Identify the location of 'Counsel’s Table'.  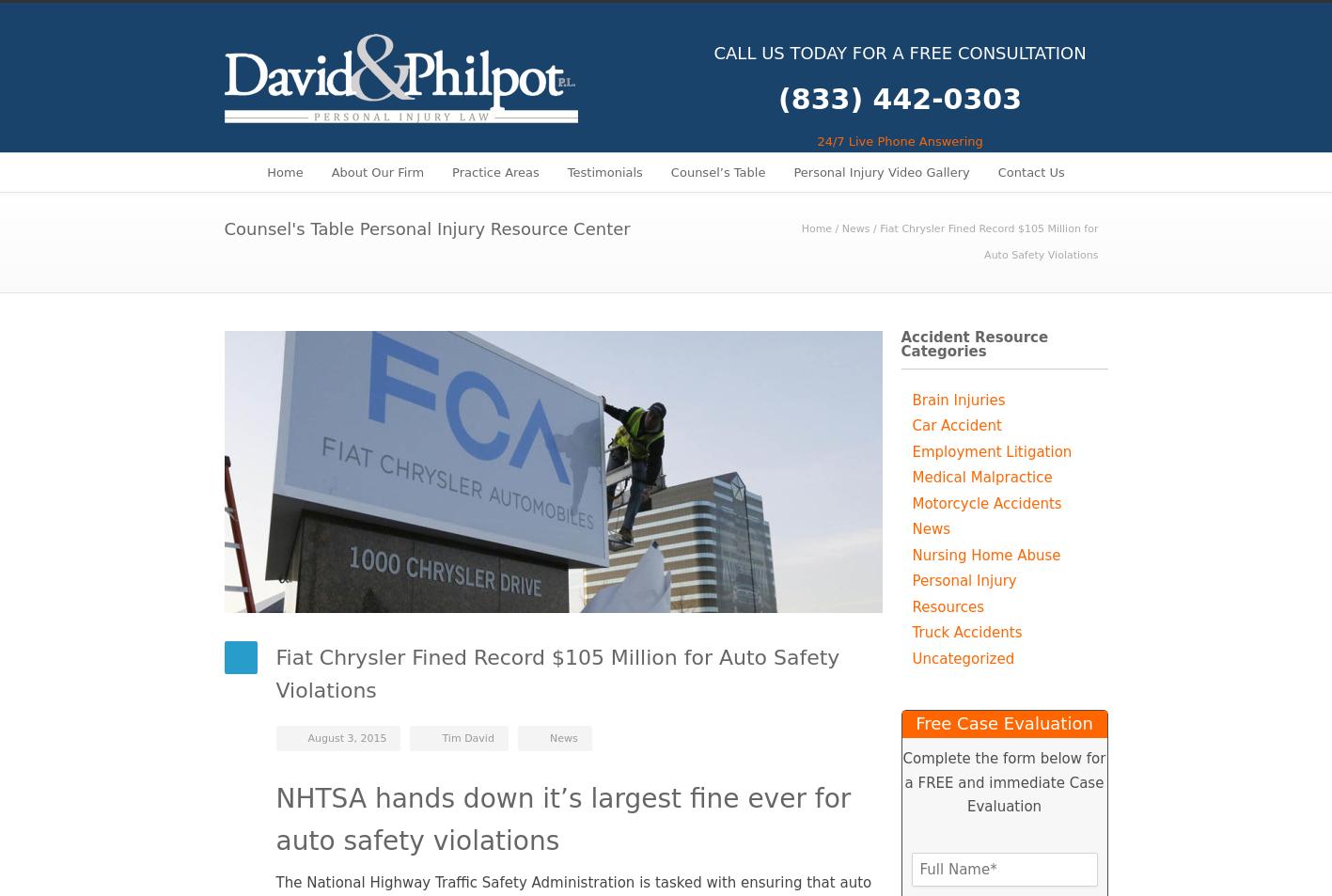
(716, 170).